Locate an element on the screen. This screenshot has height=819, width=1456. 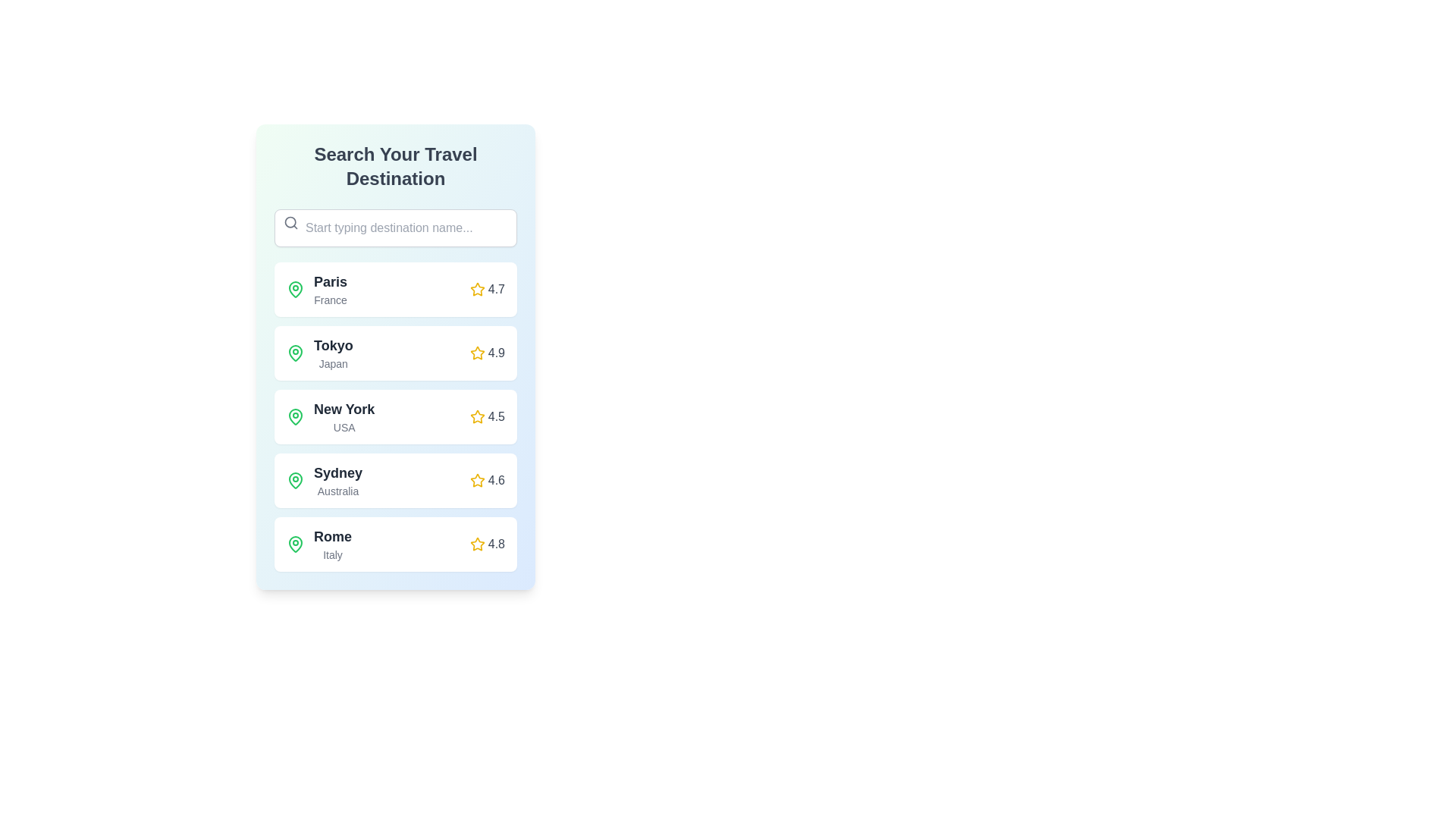
the Text Label that displays 'Rome' in the travel destination list, which appears above 'Italy' and to the right of the map pin icon is located at coordinates (332, 536).